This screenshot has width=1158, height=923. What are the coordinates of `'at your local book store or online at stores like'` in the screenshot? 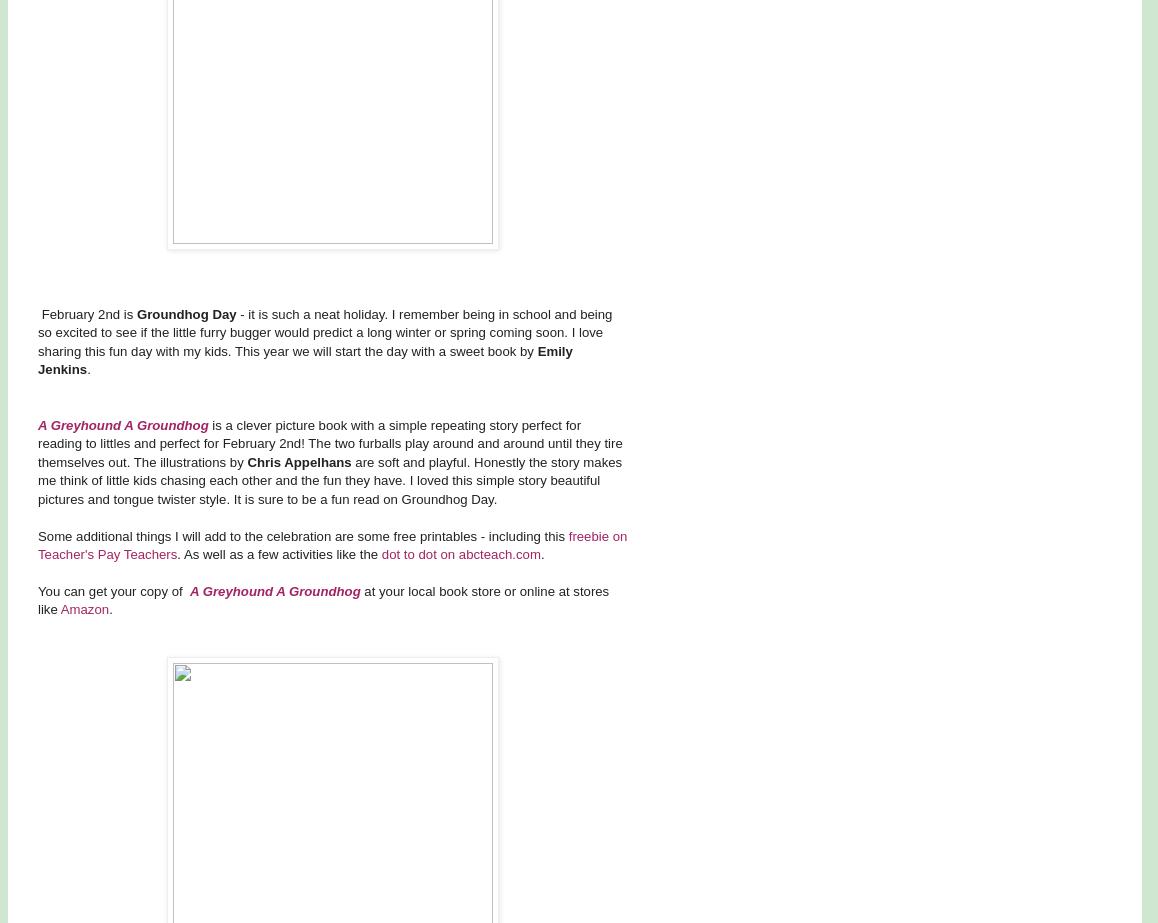 It's located at (36, 599).